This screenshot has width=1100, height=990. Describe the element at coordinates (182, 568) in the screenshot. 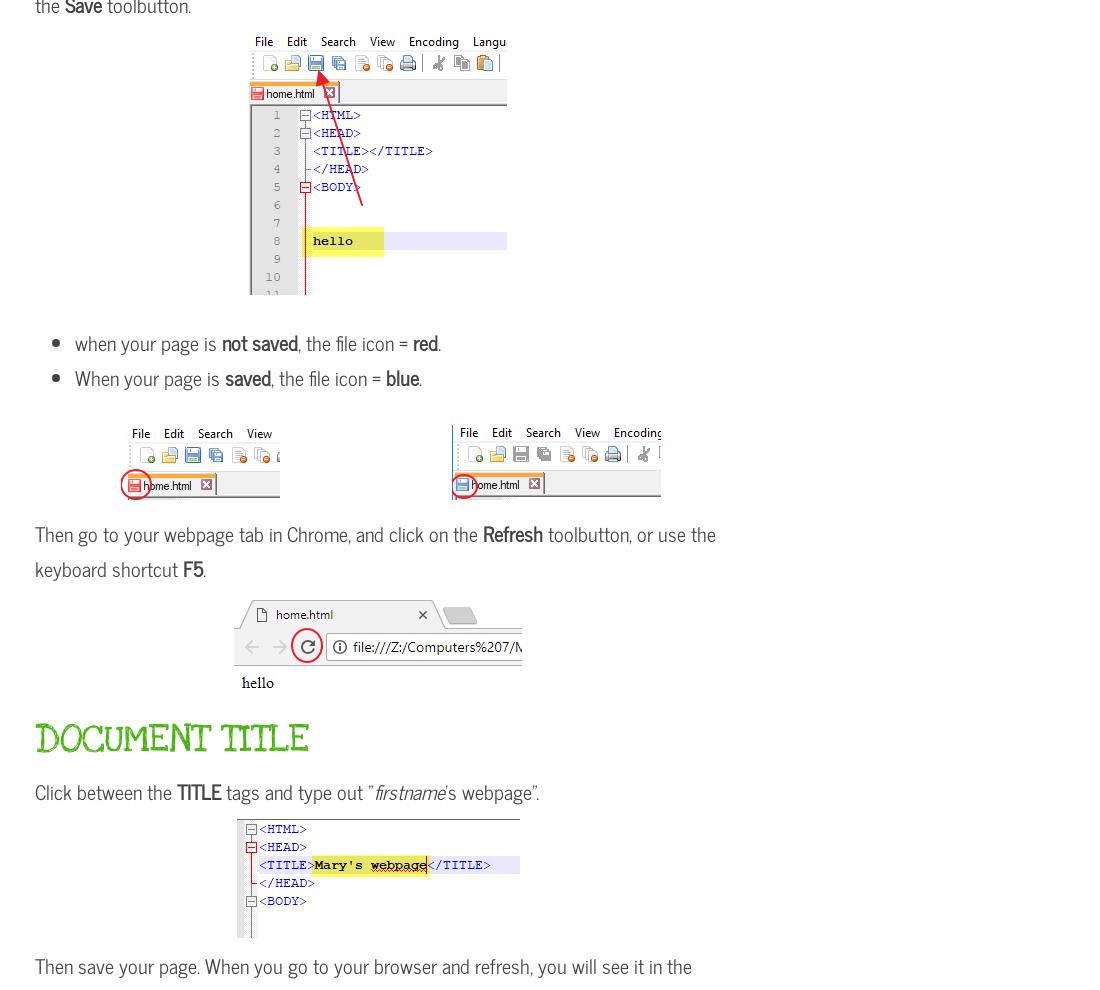

I see `'F5'` at that location.